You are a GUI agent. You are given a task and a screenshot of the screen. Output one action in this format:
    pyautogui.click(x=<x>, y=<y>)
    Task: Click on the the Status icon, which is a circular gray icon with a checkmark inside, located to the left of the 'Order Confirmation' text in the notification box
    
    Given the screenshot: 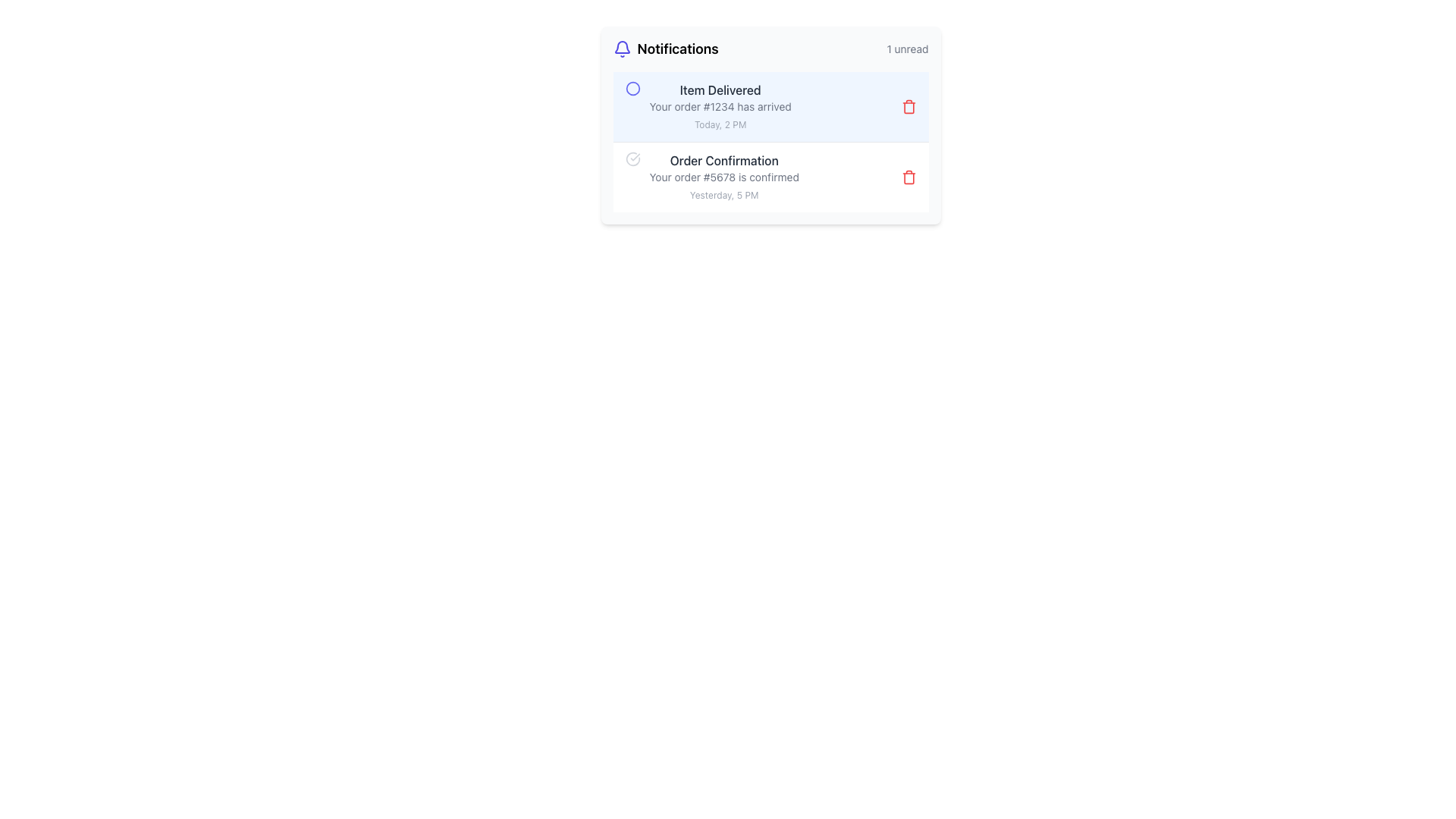 What is the action you would take?
    pyautogui.click(x=632, y=158)
    